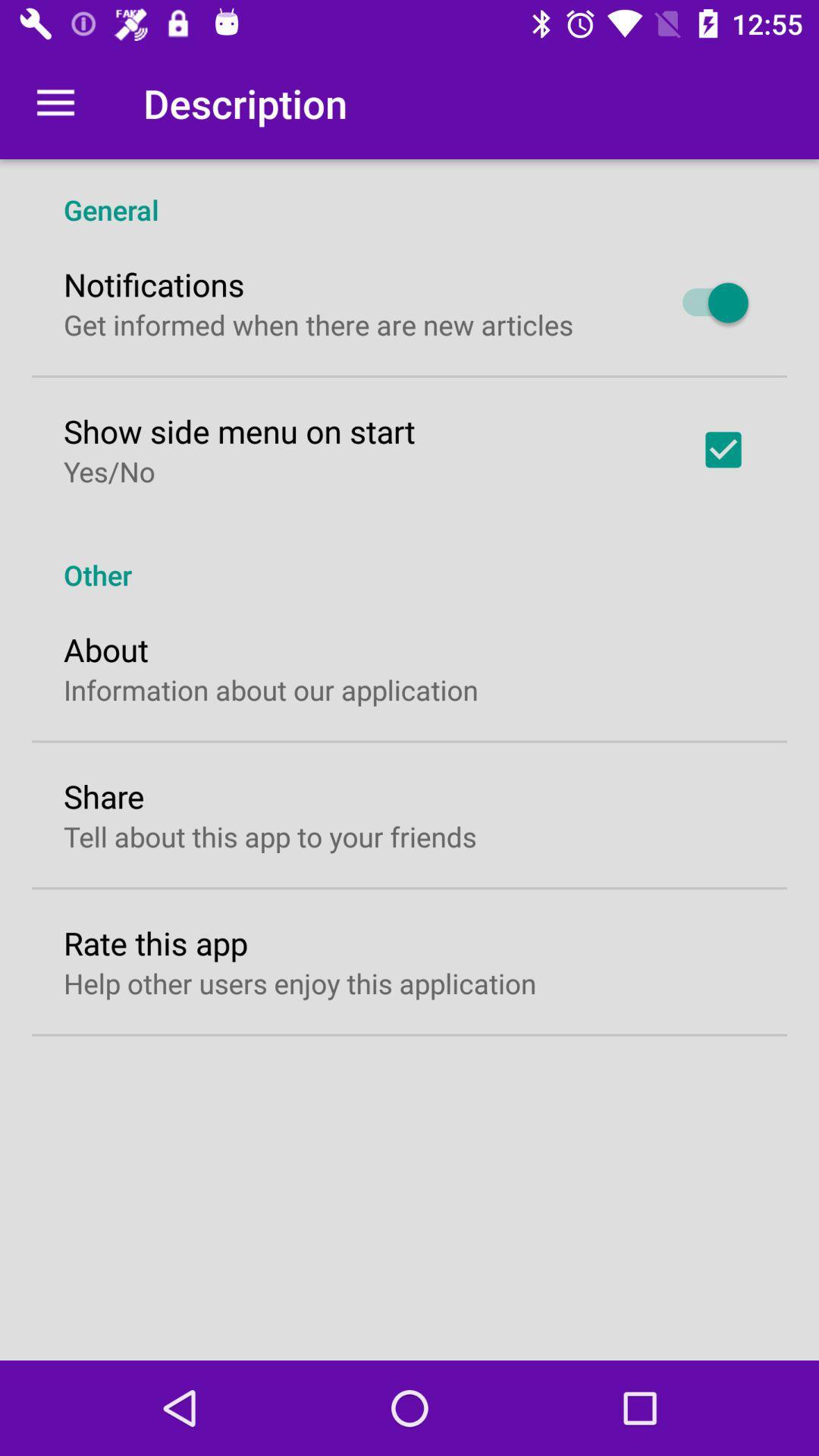  I want to click on icon below show side menu item, so click(108, 470).